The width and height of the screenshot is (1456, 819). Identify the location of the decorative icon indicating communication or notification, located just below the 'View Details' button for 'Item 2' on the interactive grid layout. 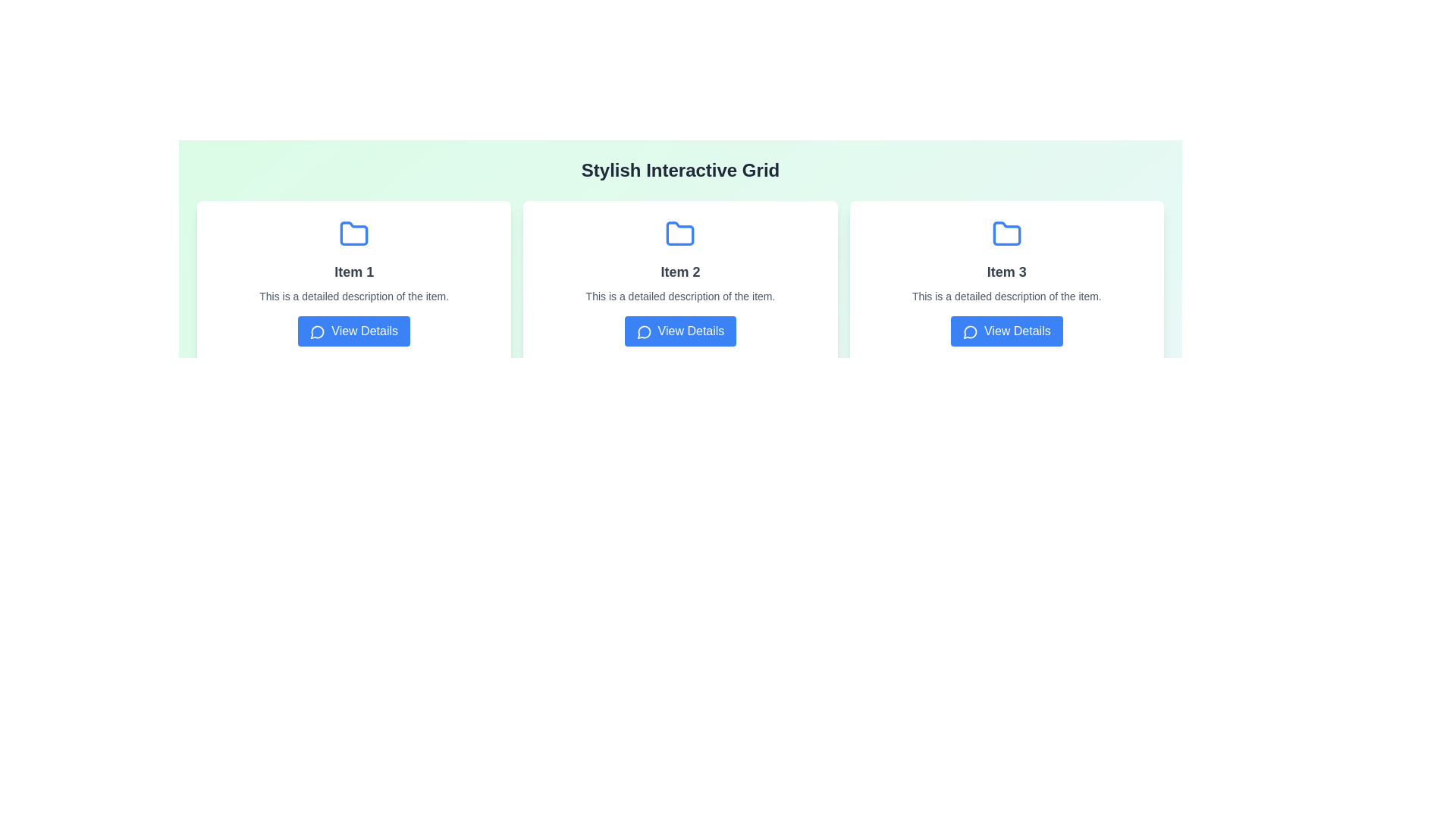
(644, 331).